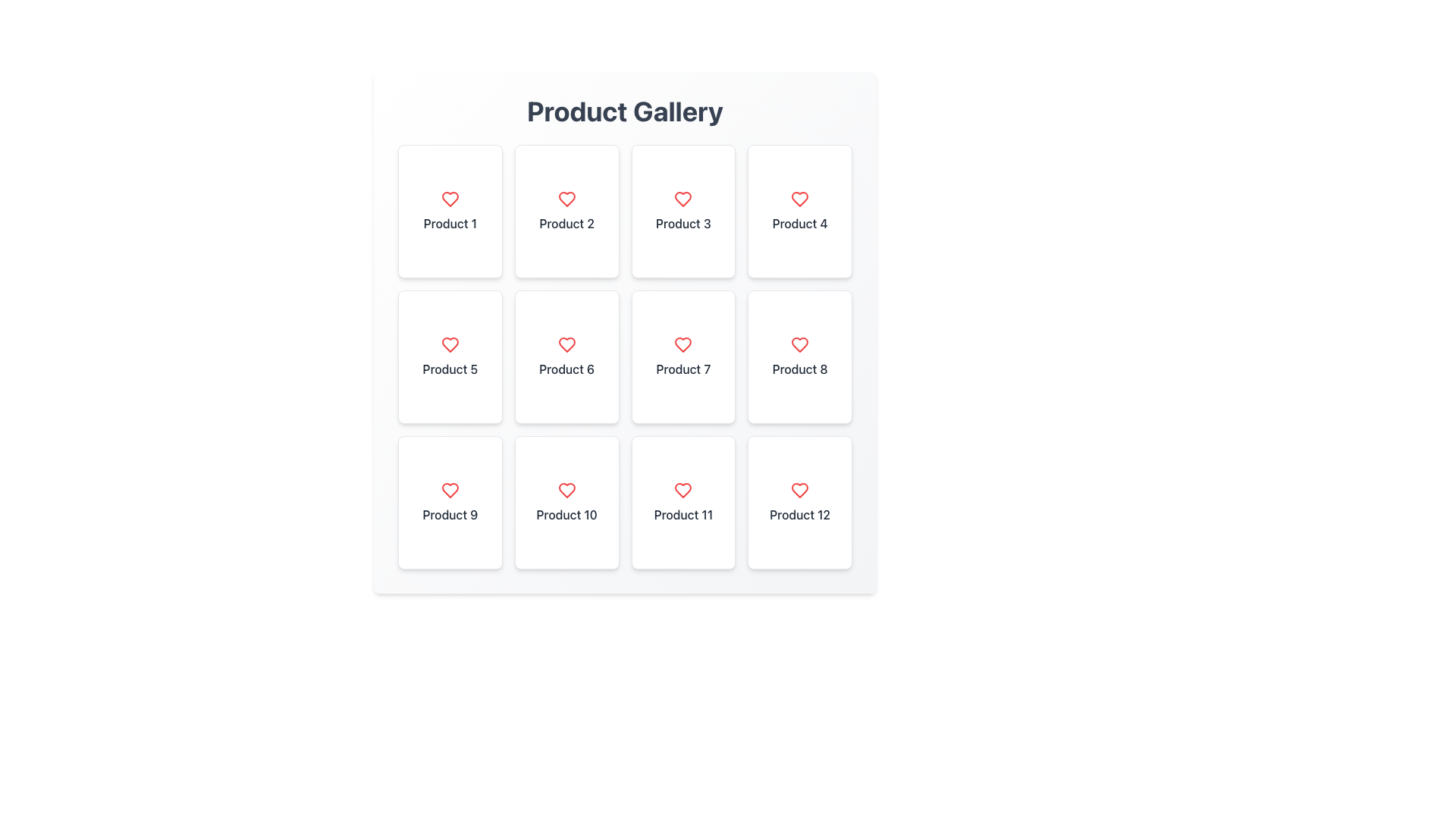 This screenshot has height=819, width=1456. What do you see at coordinates (799, 223) in the screenshot?
I see `the 'Product 4' label which is located in the second column of the grid layout, beneath a red heart-shaped icon inside a white card` at bounding box center [799, 223].